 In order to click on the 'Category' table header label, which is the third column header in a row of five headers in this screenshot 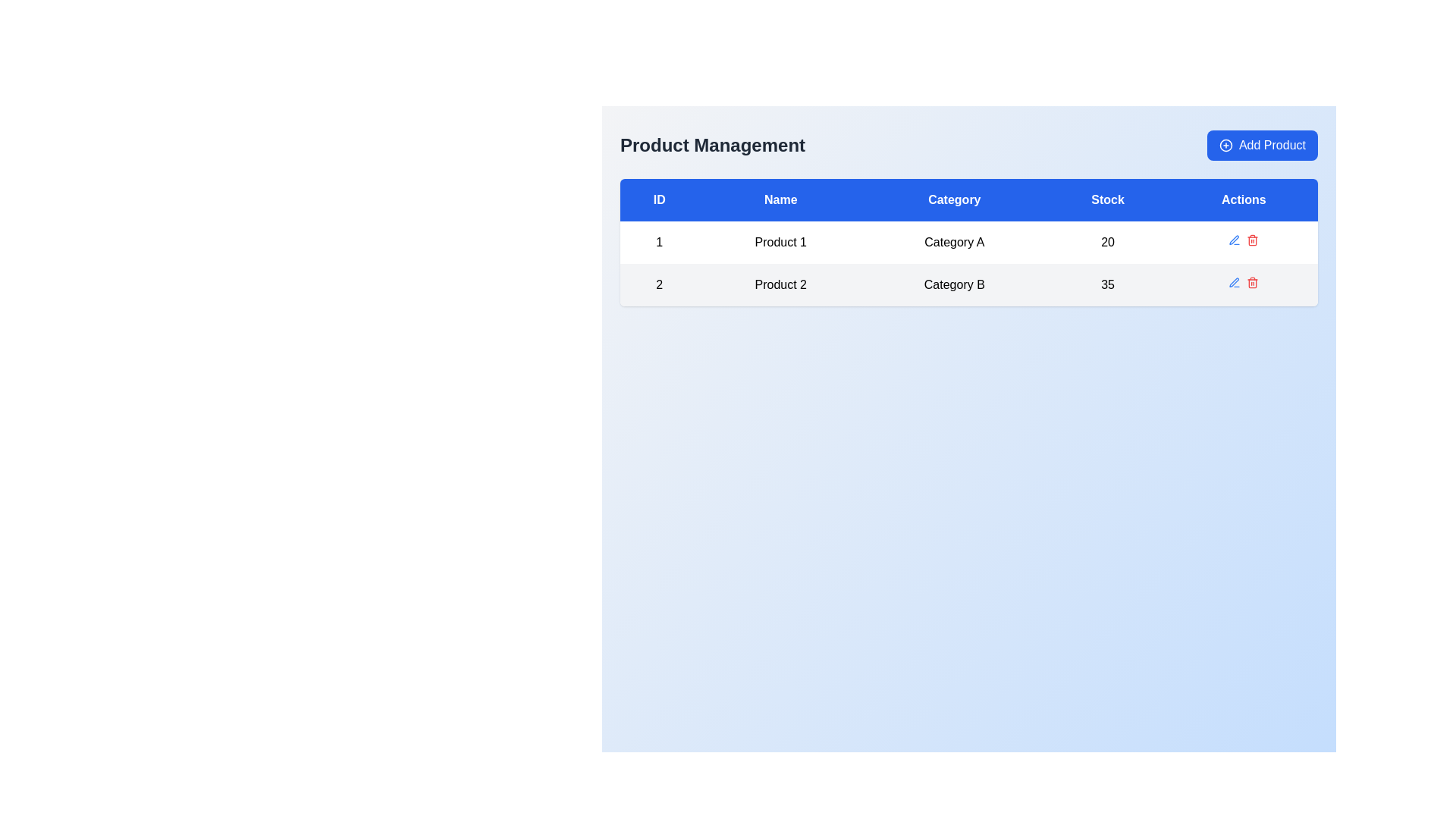, I will do `click(953, 199)`.